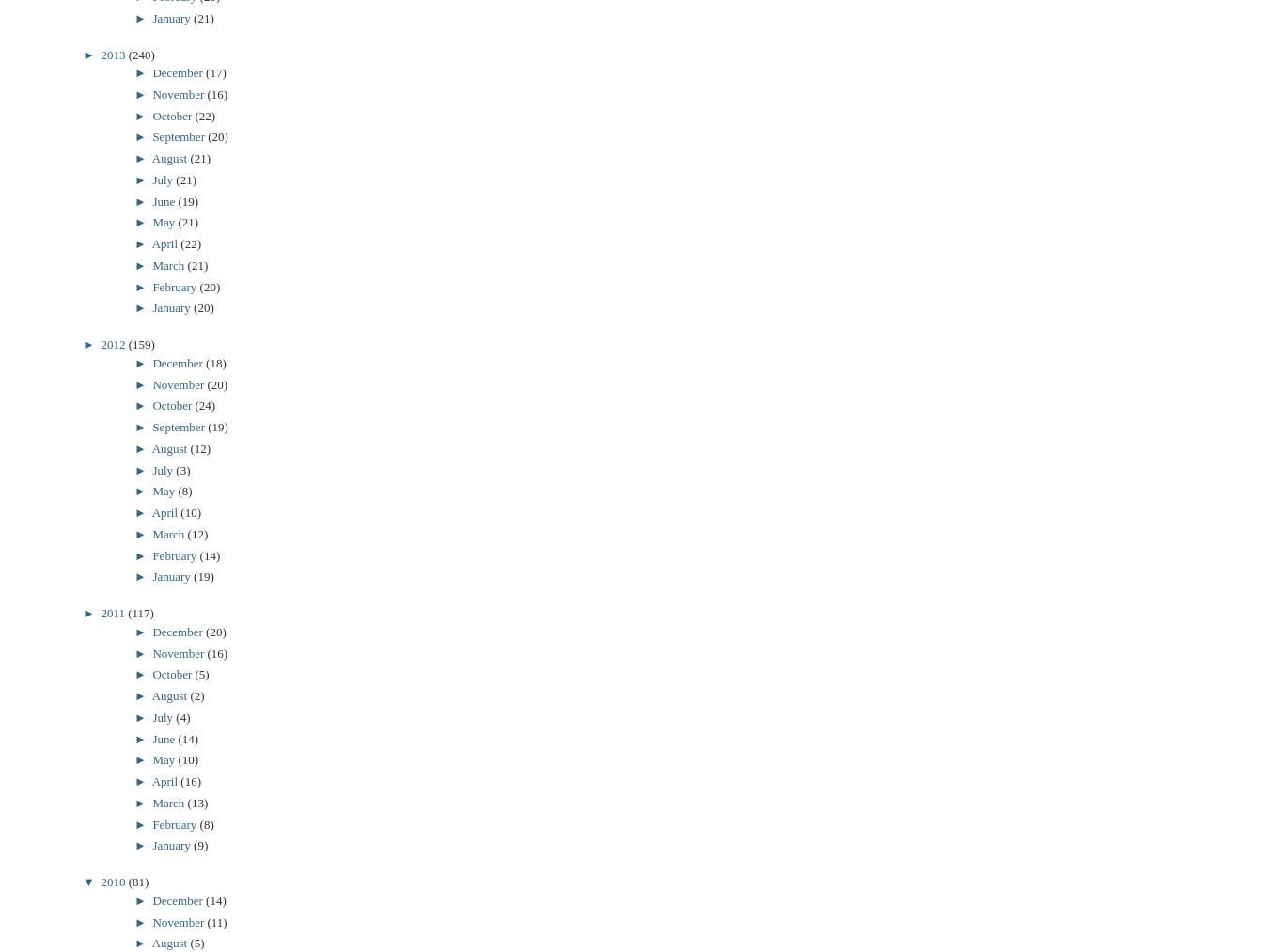 This screenshot has height=952, width=1284. I want to click on '2010', so click(100, 882).